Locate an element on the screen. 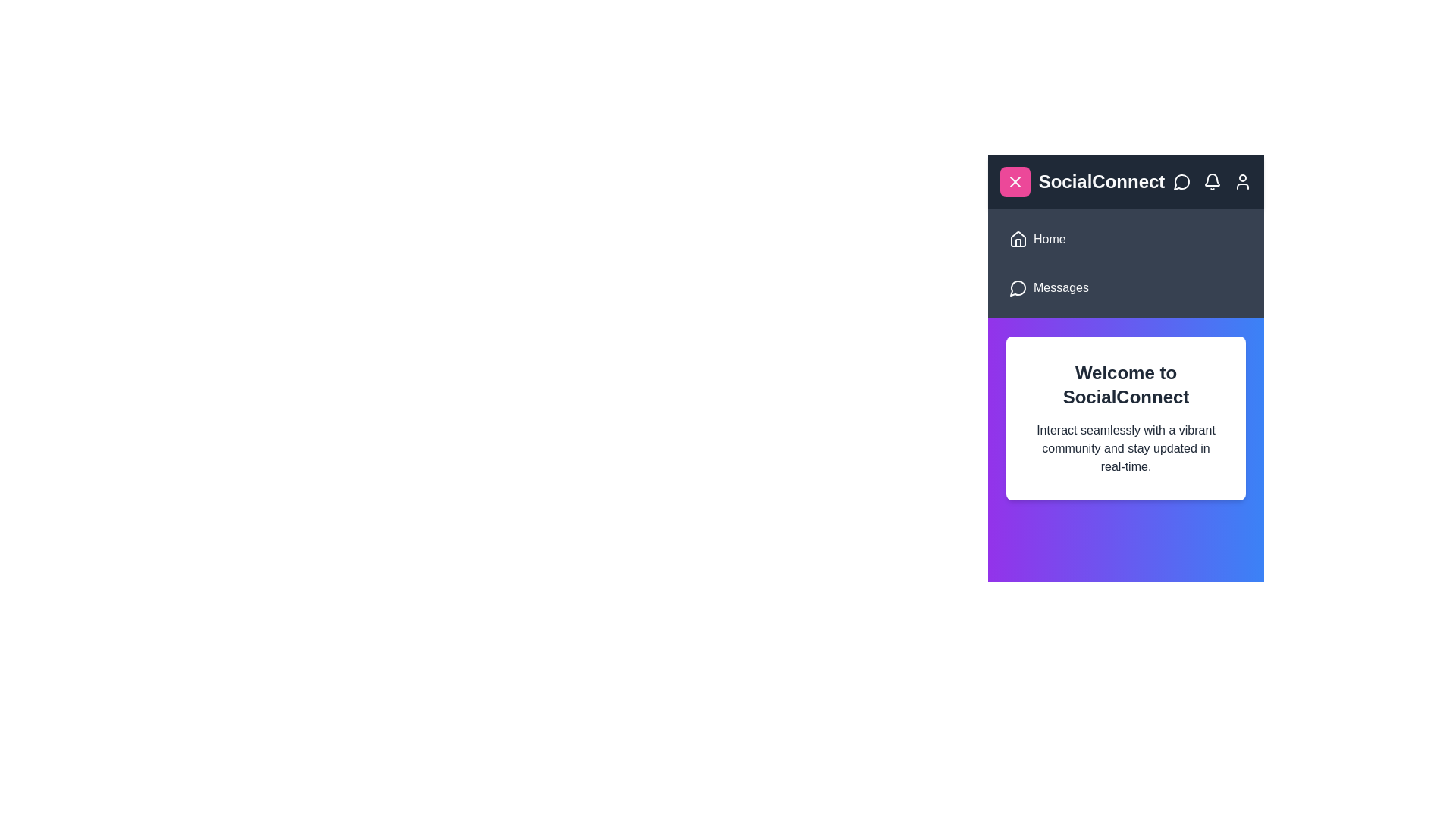  the welcome message text area to read its content is located at coordinates (1125, 418).